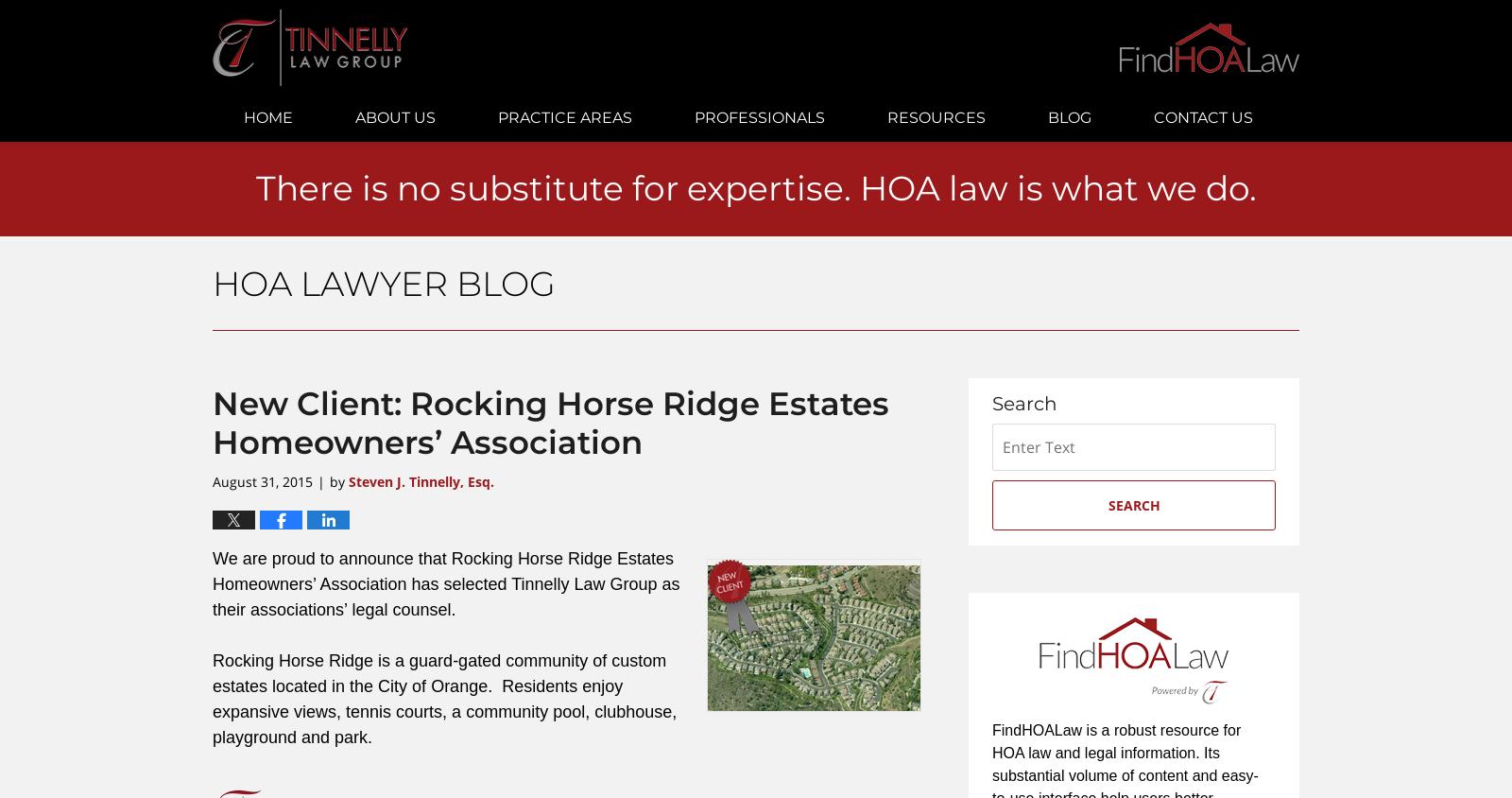 This screenshot has height=798, width=1512. What do you see at coordinates (212, 698) in the screenshot?
I see `'Rocking Horse Ridge is a guard-gated community of custom estates located in the City of Orange.  Residents enjoy expansive views, tennis courts, a community pool, clubhouse, playground and park.'` at bounding box center [212, 698].